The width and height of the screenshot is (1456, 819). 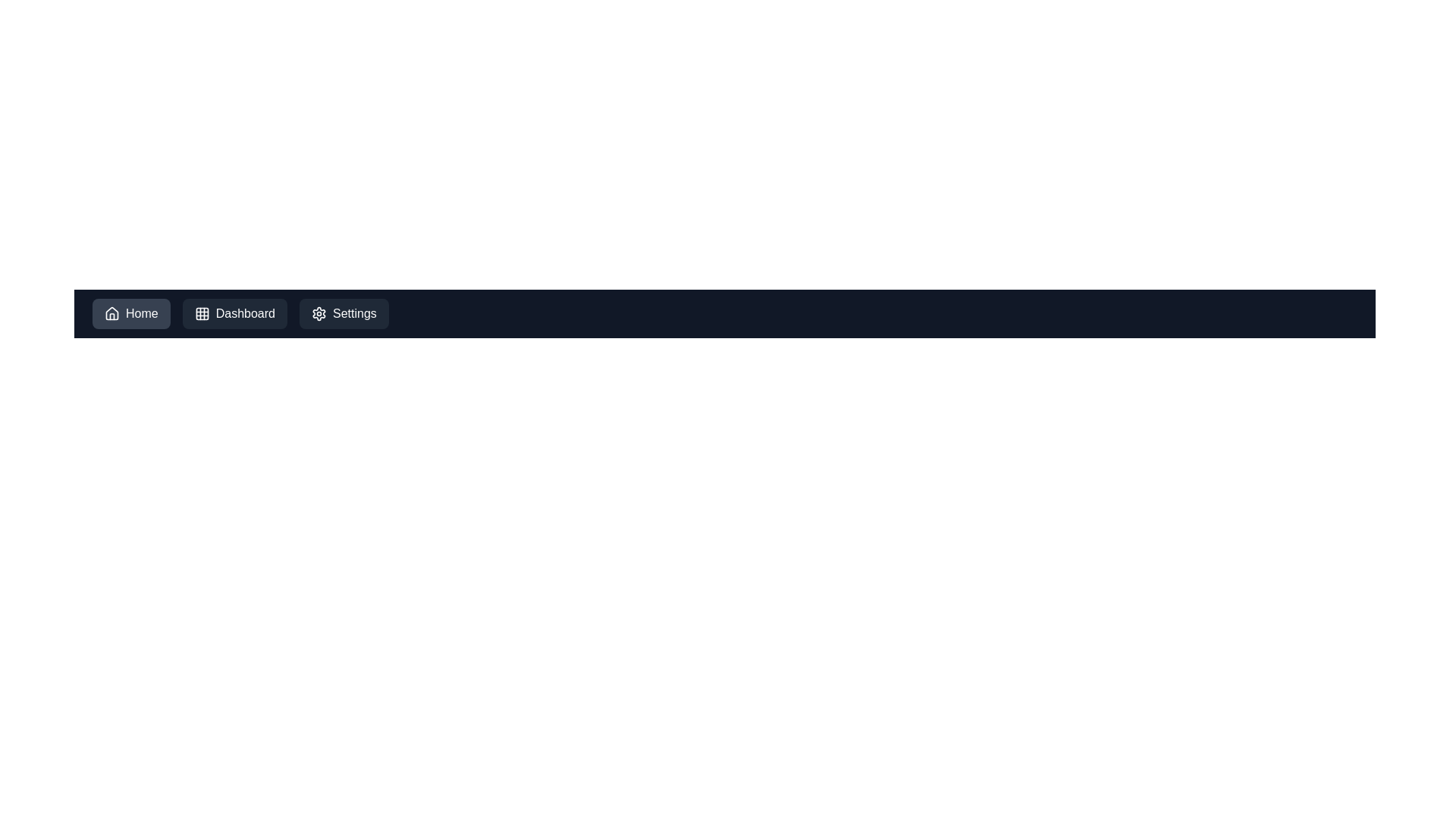 I want to click on the 'Dashboard' button, which is a rounded rectangular button styled in dark gray with white text and icon, located centrally in the top bar between the 'Home' and 'Settings' buttons, so click(x=234, y=312).